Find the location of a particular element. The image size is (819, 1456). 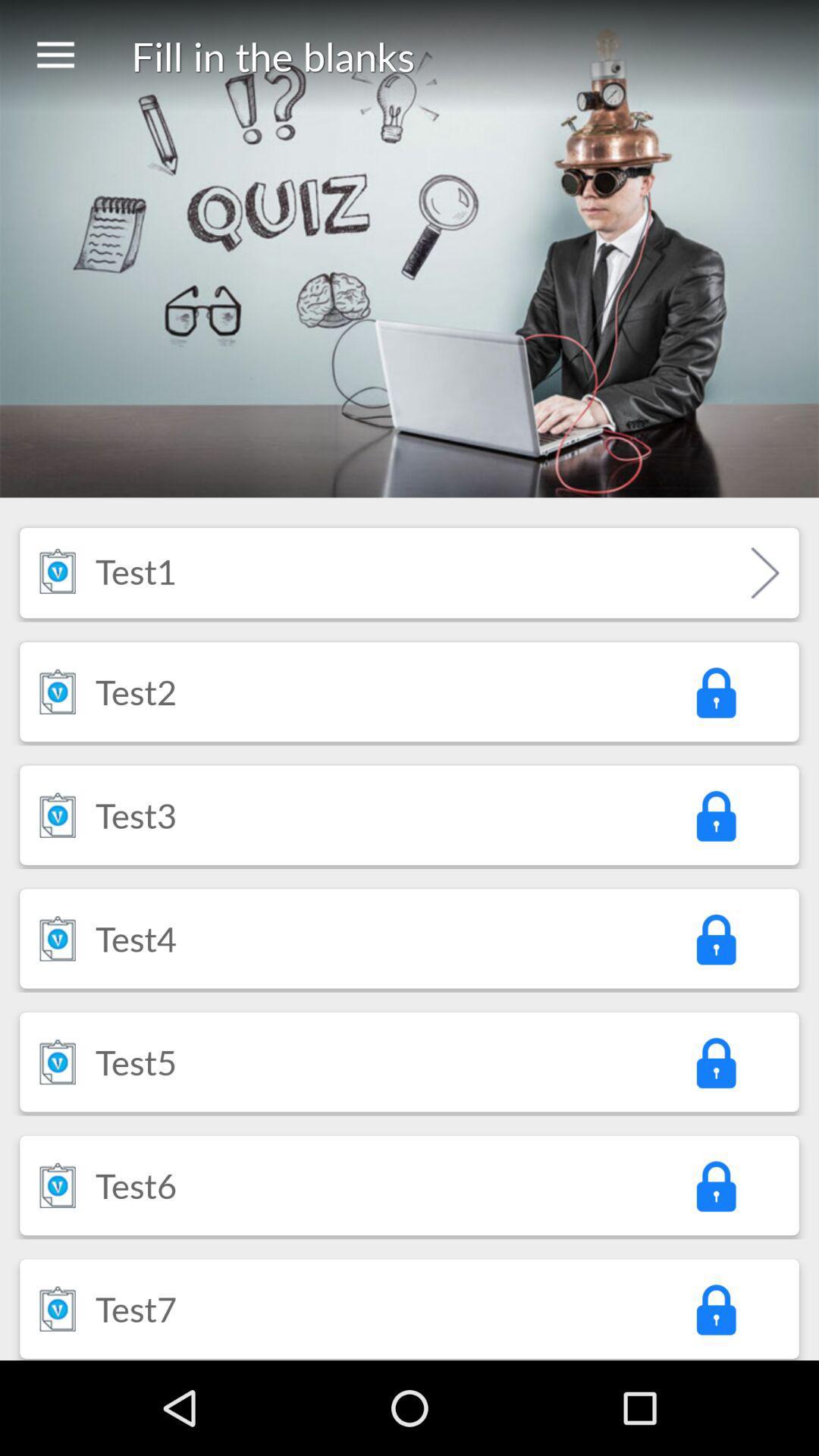

icon next to the fill in the item is located at coordinates (55, 55).